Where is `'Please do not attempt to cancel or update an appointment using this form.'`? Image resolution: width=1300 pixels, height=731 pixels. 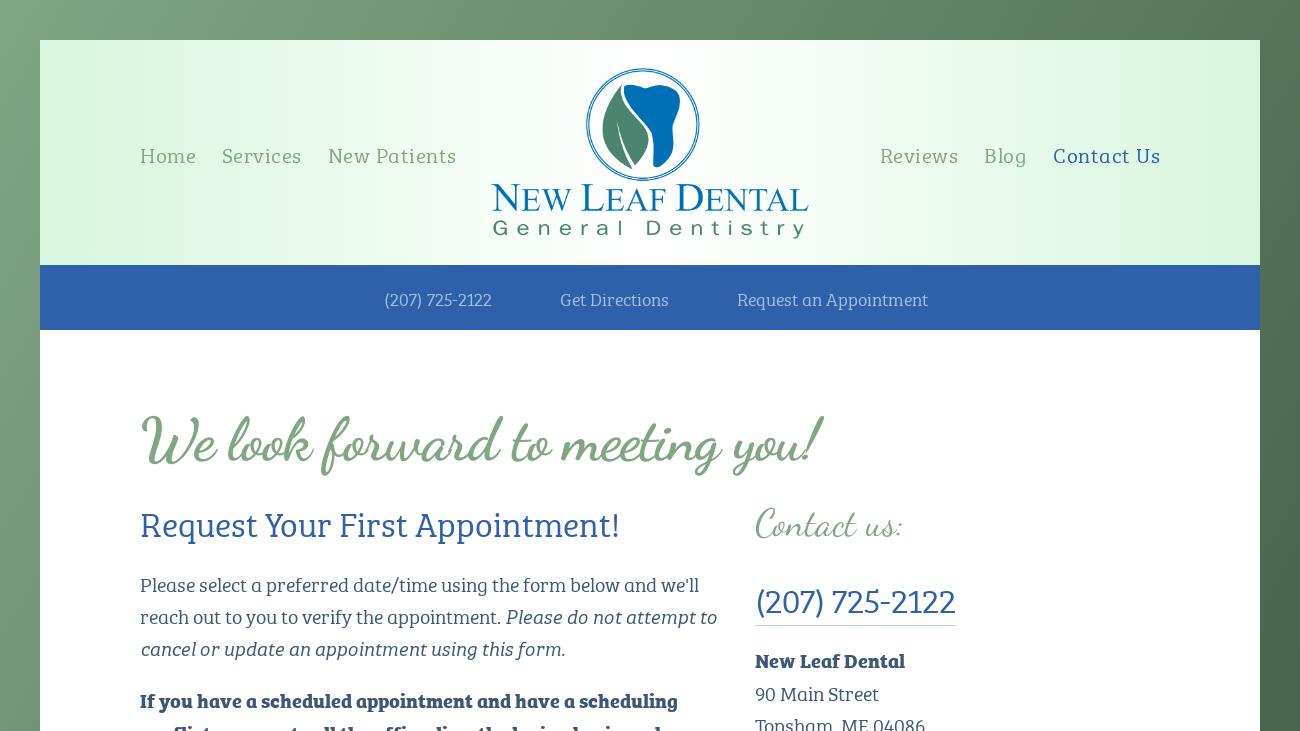 'Please do not attempt to cancel or update an appointment using this form.' is located at coordinates (430, 629).